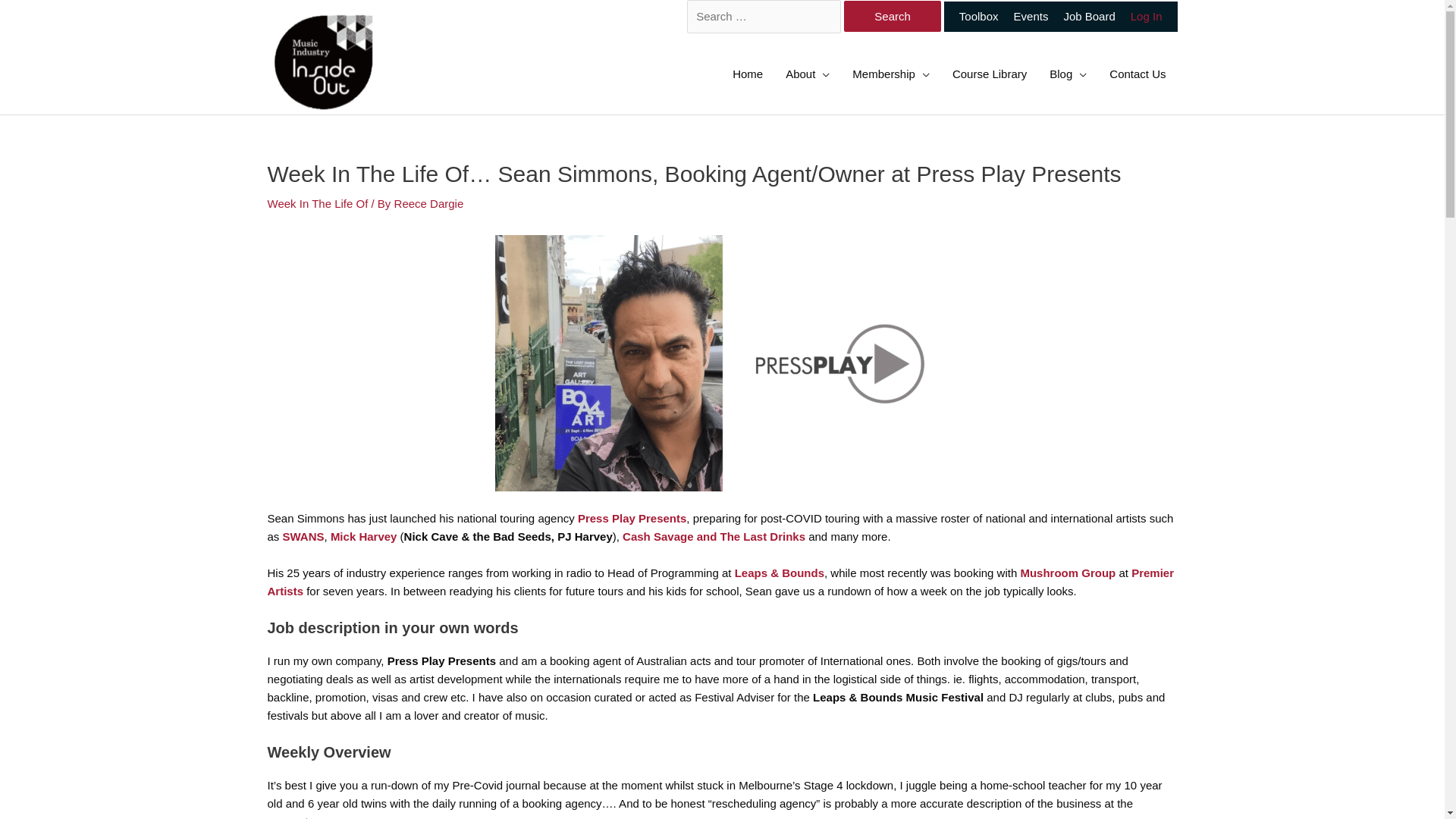 The image size is (1456, 819). What do you see at coordinates (720, 74) in the screenshot?
I see `'Home'` at bounding box center [720, 74].